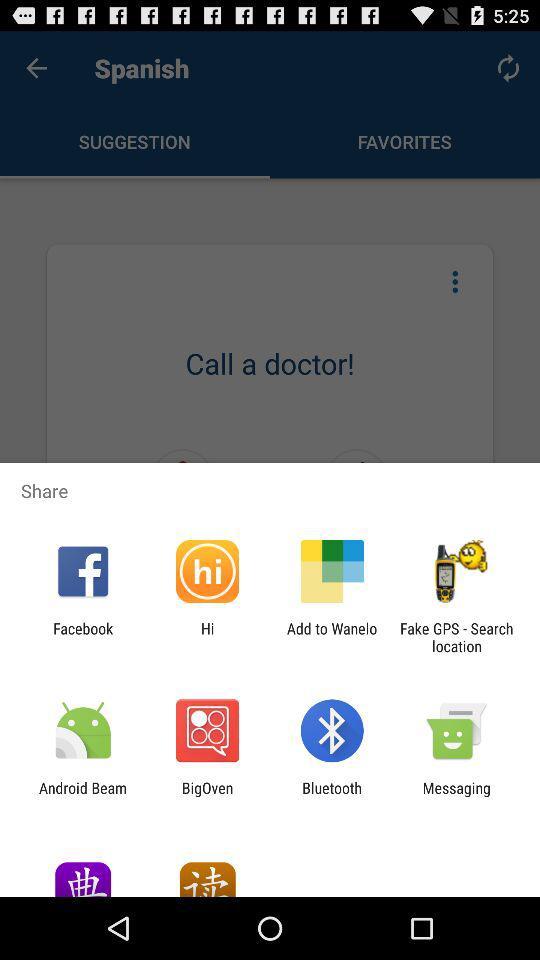 Image resolution: width=540 pixels, height=960 pixels. Describe the element at coordinates (206, 636) in the screenshot. I see `the item next to add to wanelo` at that location.